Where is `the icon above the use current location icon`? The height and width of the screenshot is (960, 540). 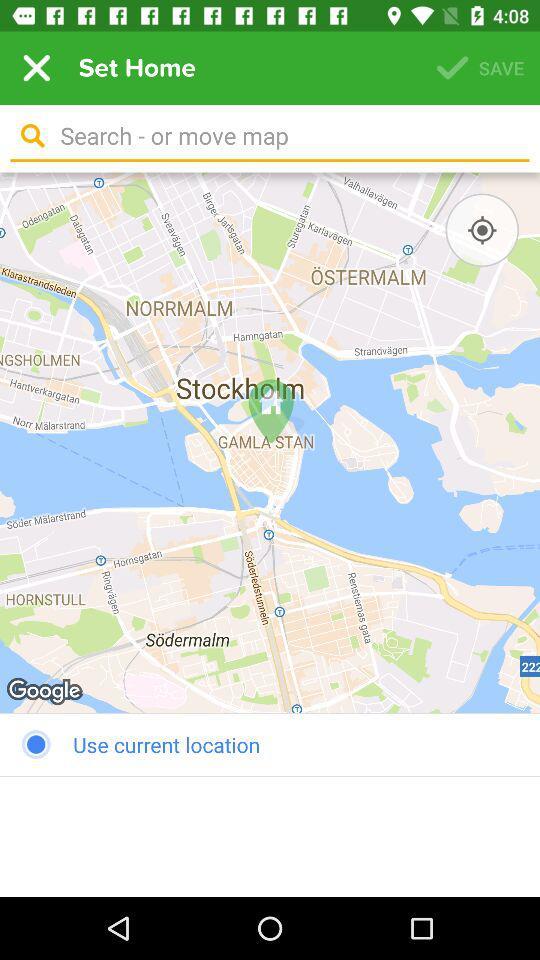
the icon above the use current location icon is located at coordinates (481, 230).